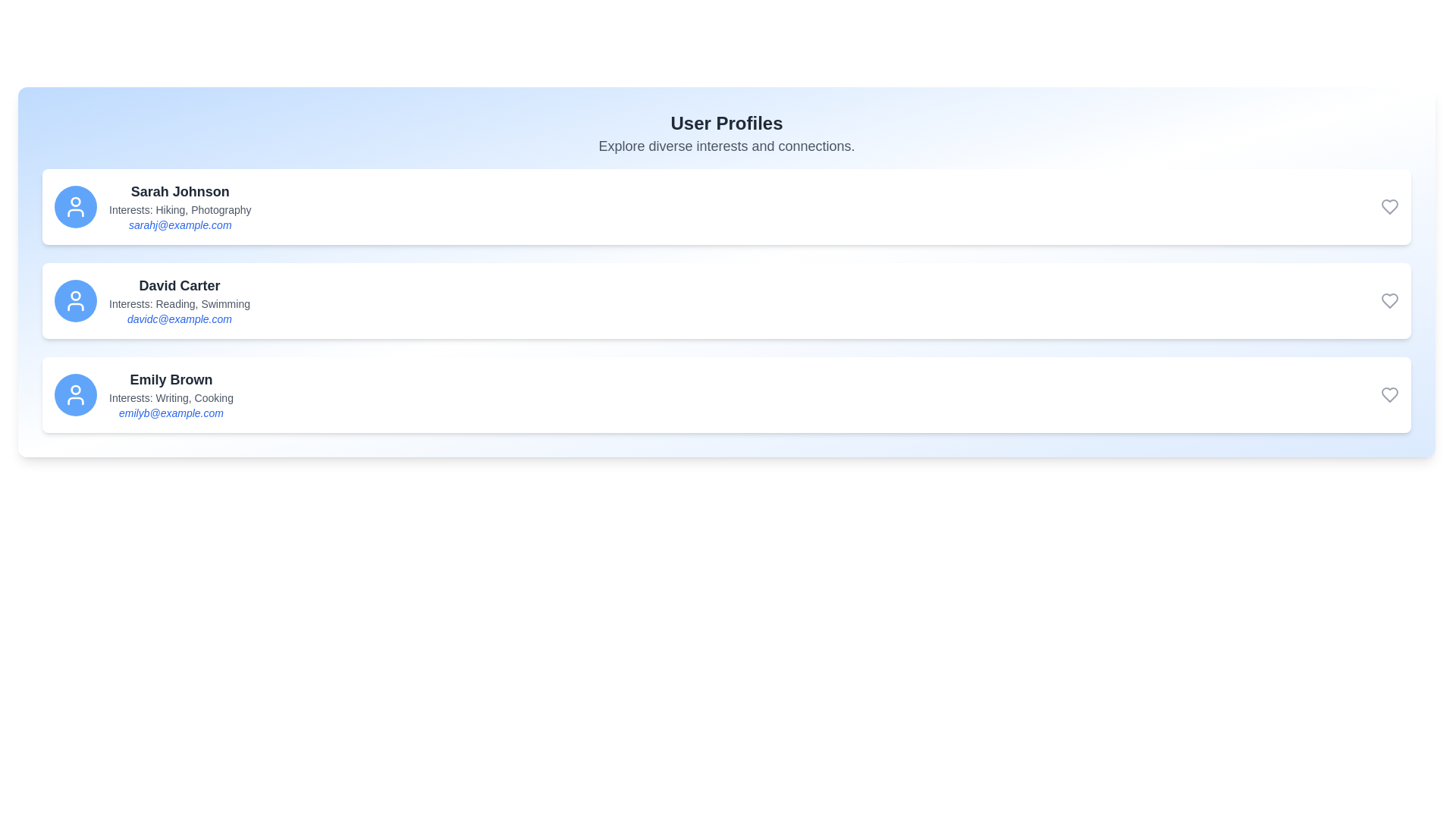 Image resolution: width=1456 pixels, height=819 pixels. Describe the element at coordinates (726, 394) in the screenshot. I see `the user profile corresponding to Emily Brown` at that location.